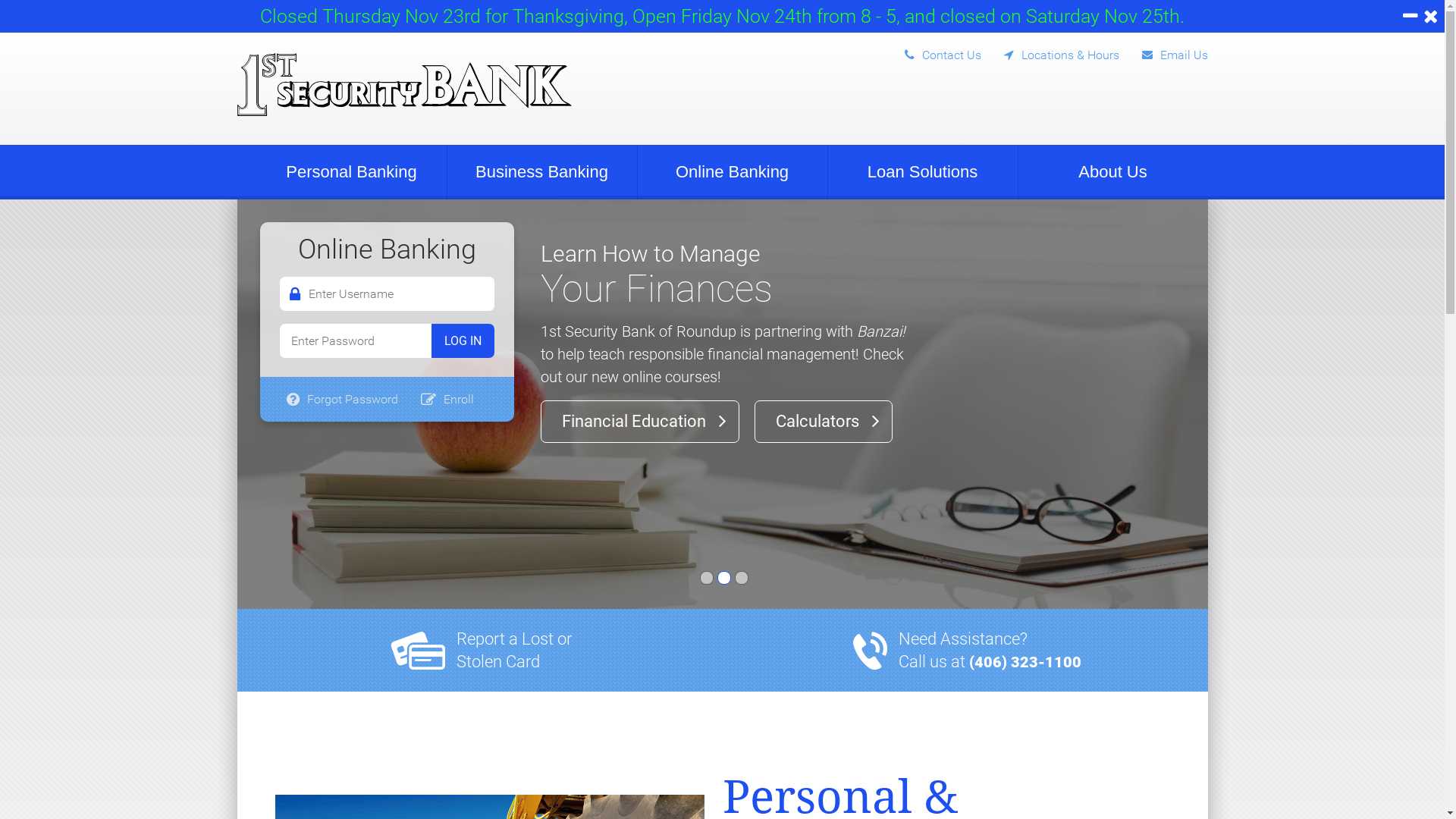 The image size is (1456, 819). What do you see at coordinates (513, 649) in the screenshot?
I see `'Report a Lost or` at bounding box center [513, 649].